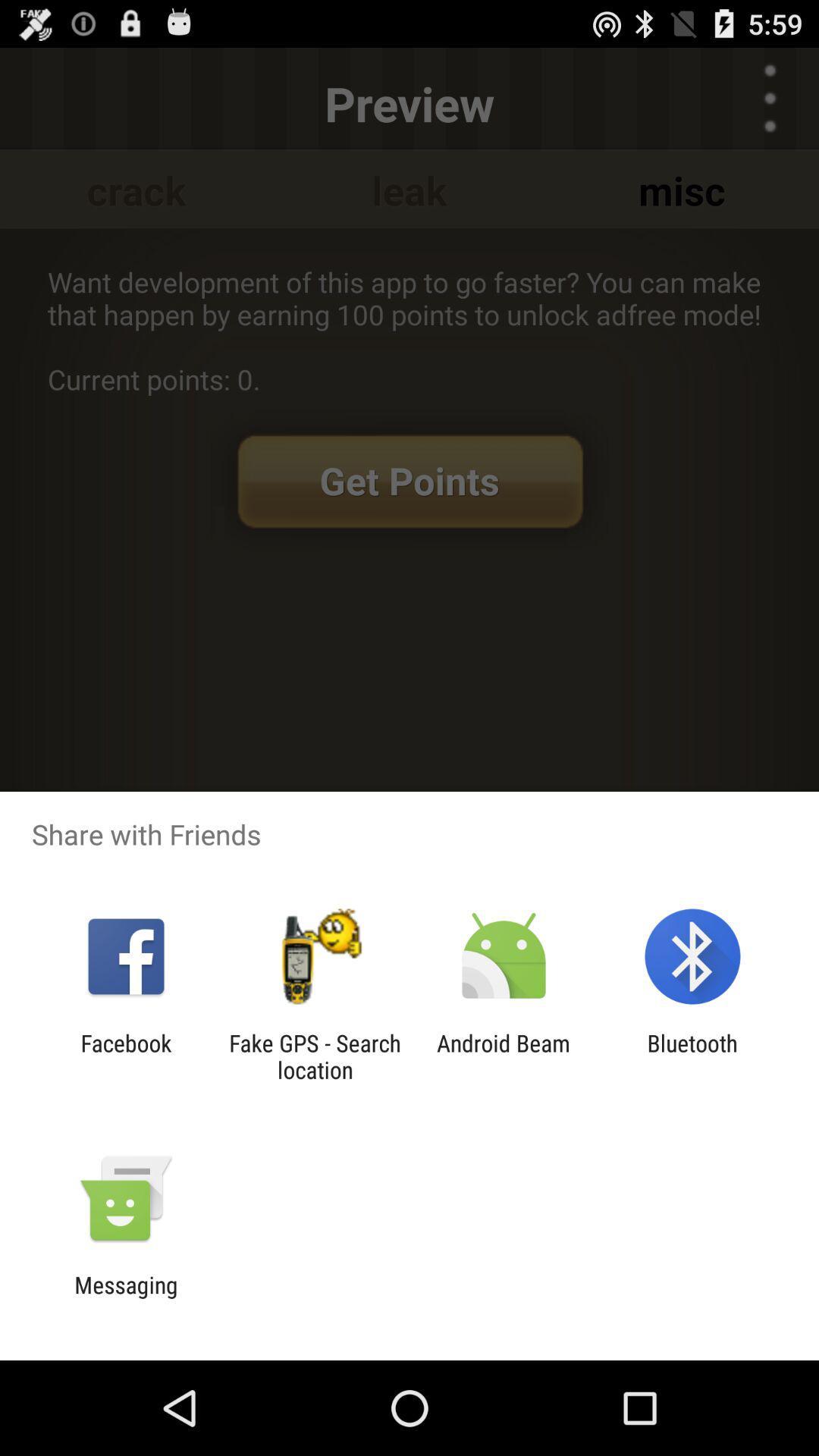 The height and width of the screenshot is (1456, 819). Describe the element at coordinates (504, 1056) in the screenshot. I see `the icon next to fake gps search` at that location.